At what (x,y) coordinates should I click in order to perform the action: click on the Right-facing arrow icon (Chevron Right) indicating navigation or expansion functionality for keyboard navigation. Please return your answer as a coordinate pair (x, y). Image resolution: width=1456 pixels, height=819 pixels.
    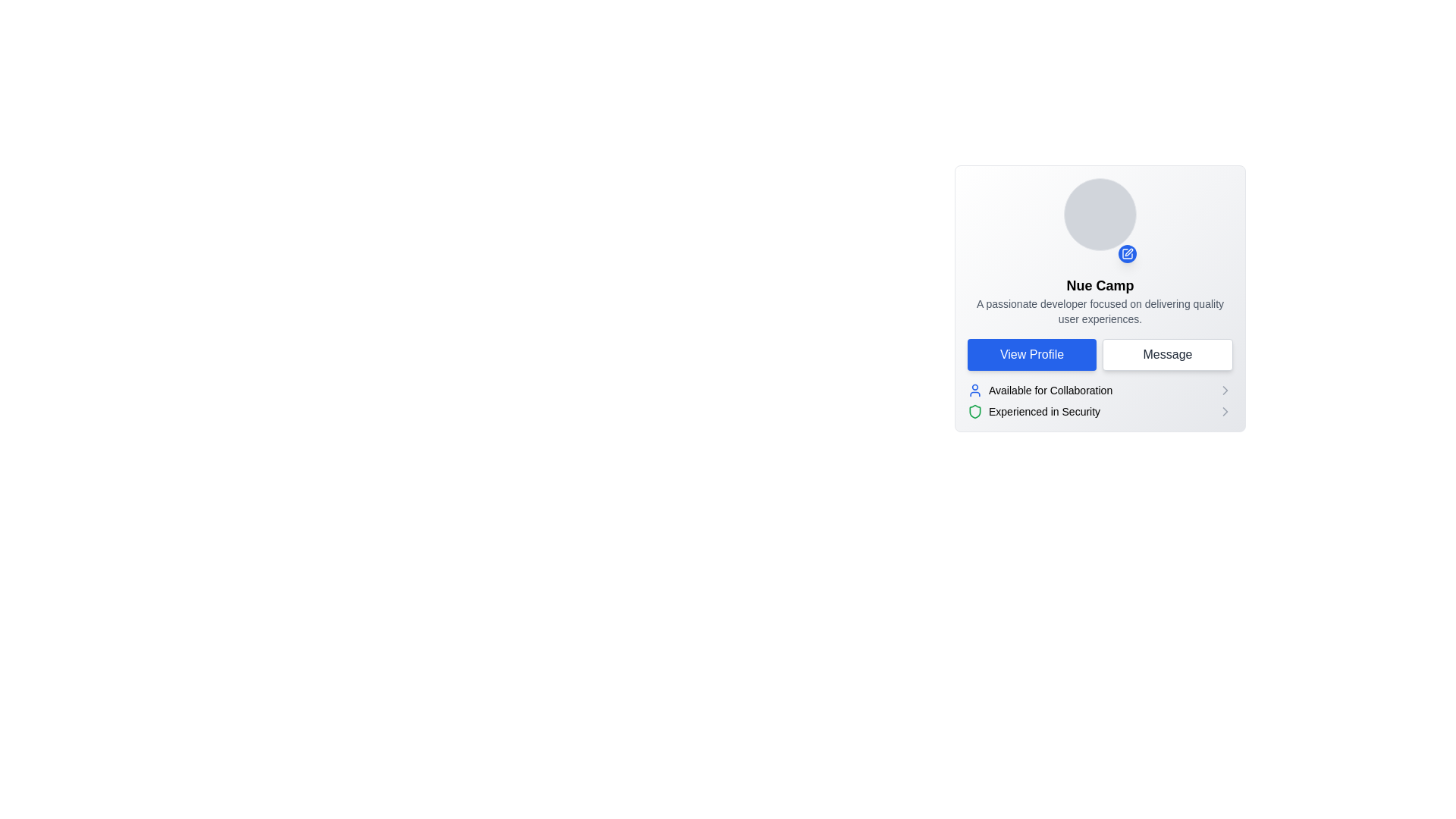
    Looking at the image, I should click on (1225, 390).